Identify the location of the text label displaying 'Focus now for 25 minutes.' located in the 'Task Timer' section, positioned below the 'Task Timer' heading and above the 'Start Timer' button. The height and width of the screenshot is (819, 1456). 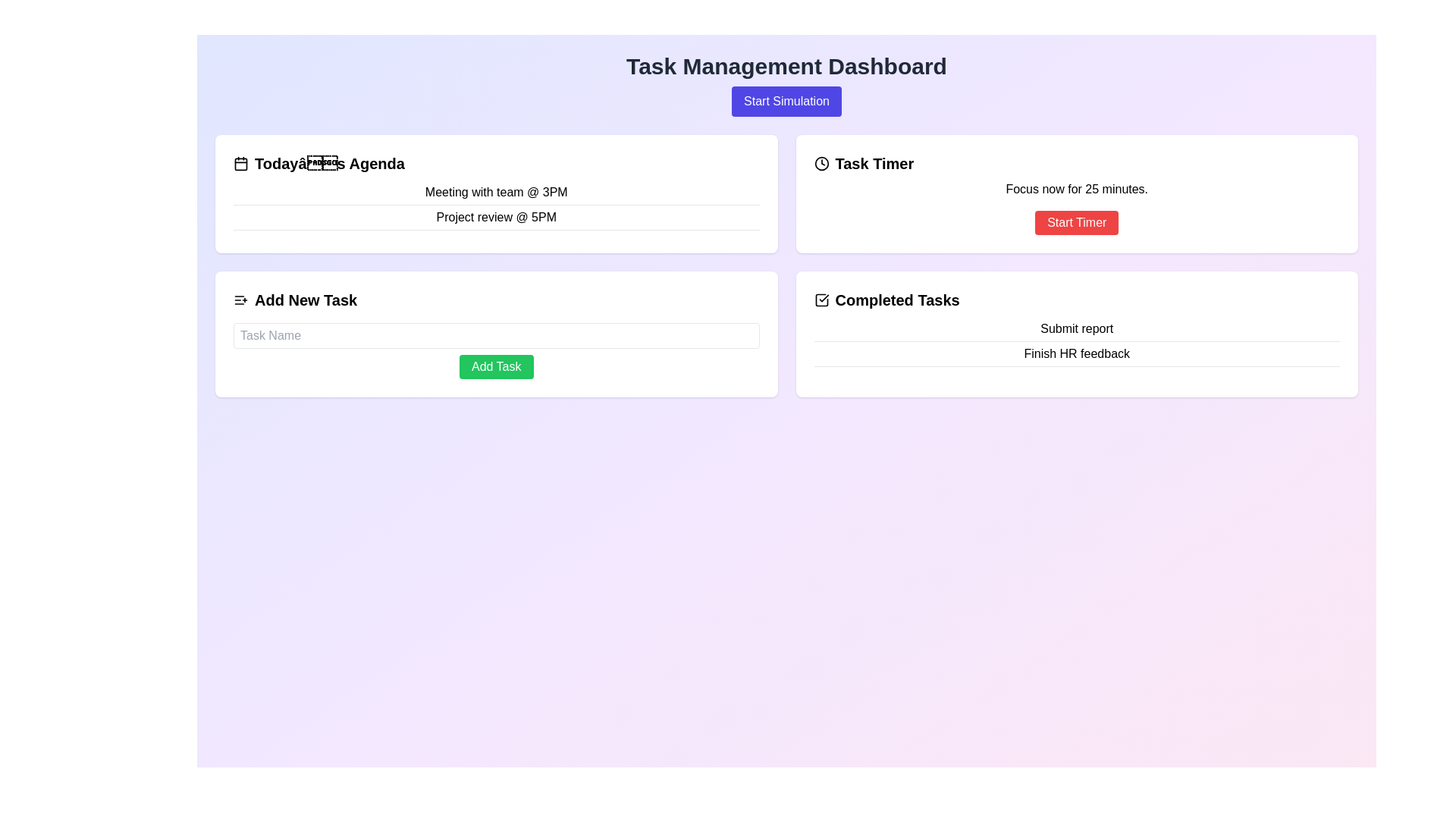
(1076, 189).